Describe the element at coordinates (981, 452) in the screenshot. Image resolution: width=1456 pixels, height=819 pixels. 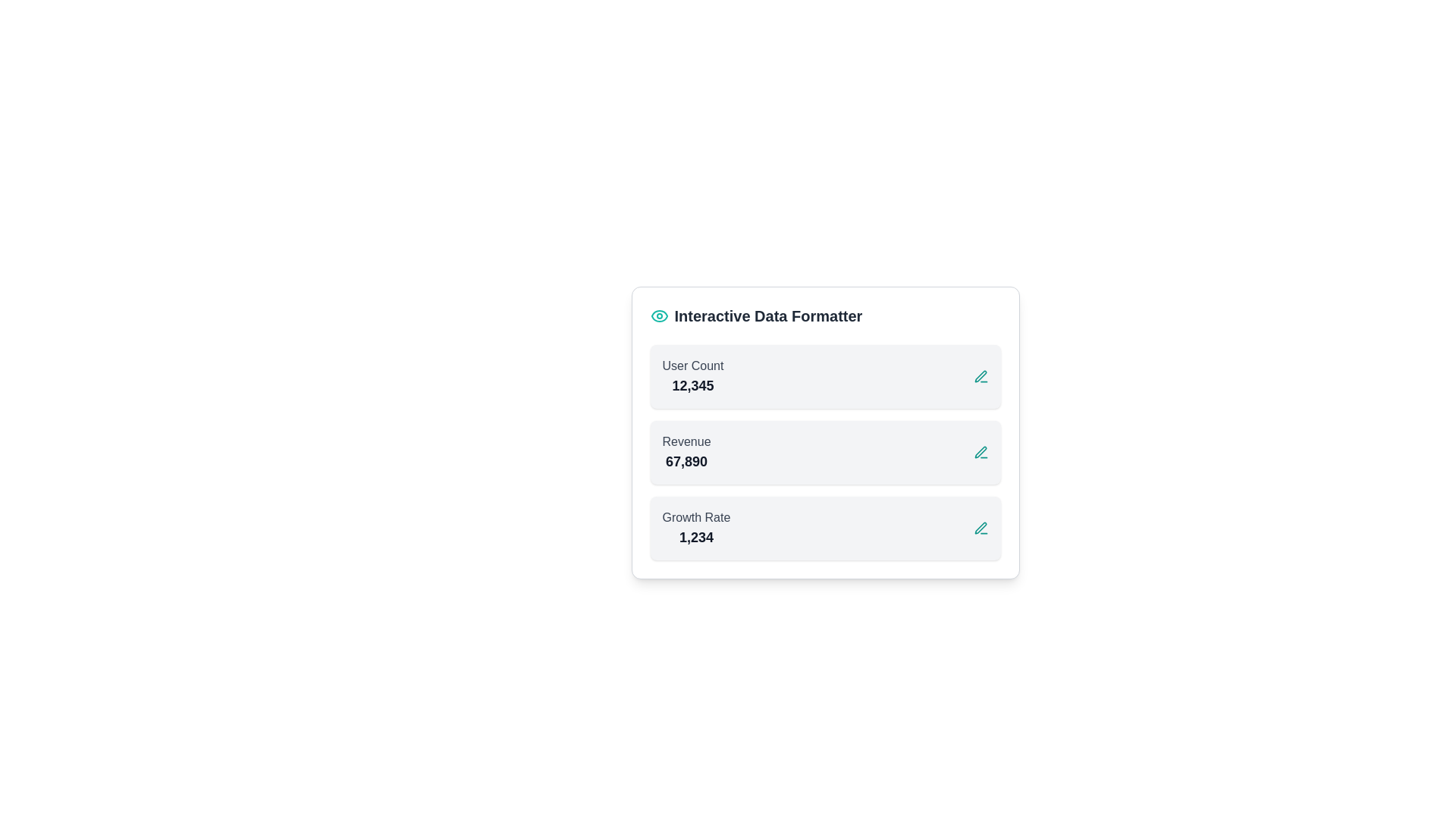
I see `the edit icon button located in the top-right corner of the 'Revenue' card, next to the text value '67,890'` at that location.